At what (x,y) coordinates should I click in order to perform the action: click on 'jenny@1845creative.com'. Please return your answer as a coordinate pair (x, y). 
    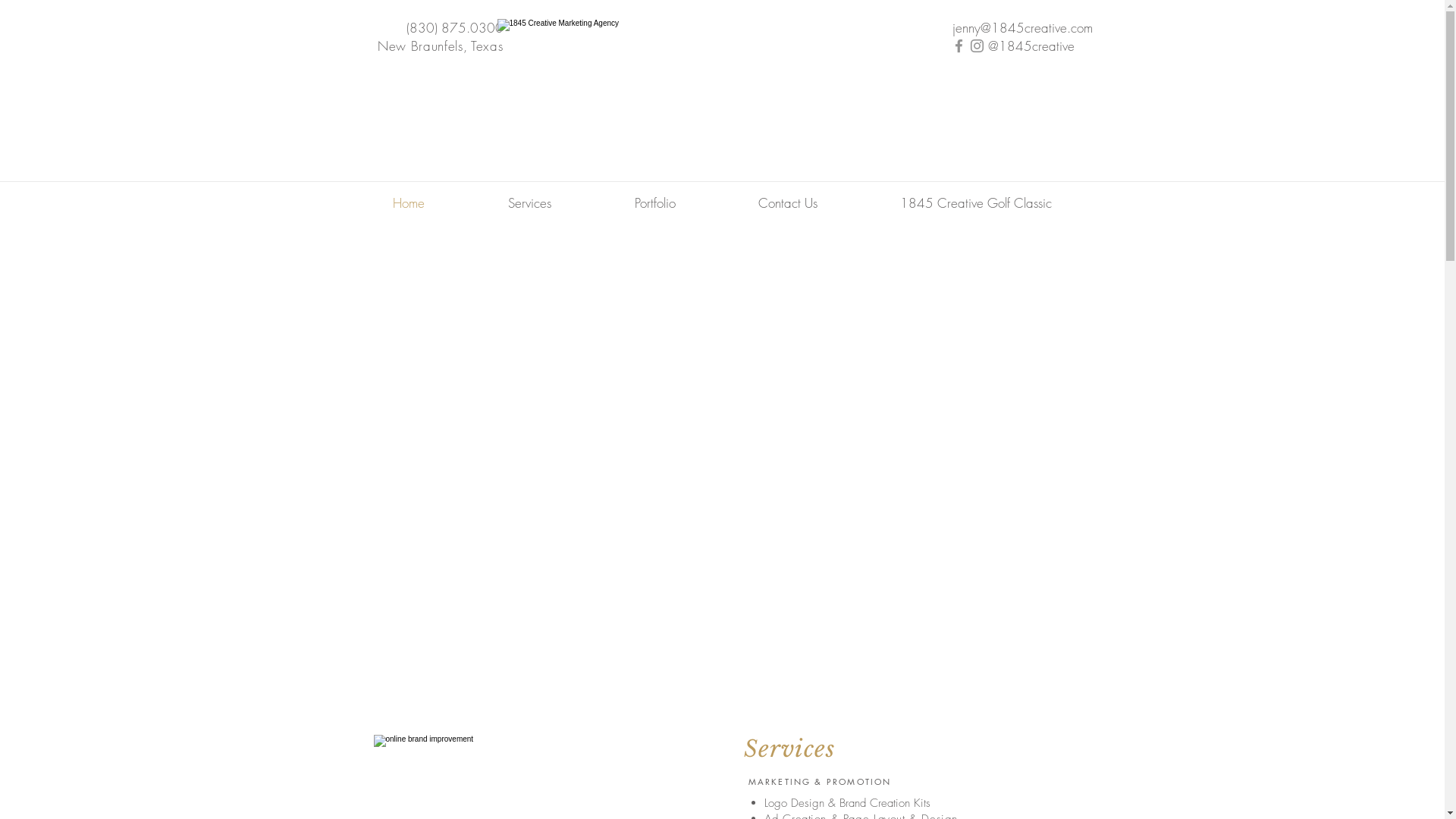
    Looking at the image, I should click on (1022, 27).